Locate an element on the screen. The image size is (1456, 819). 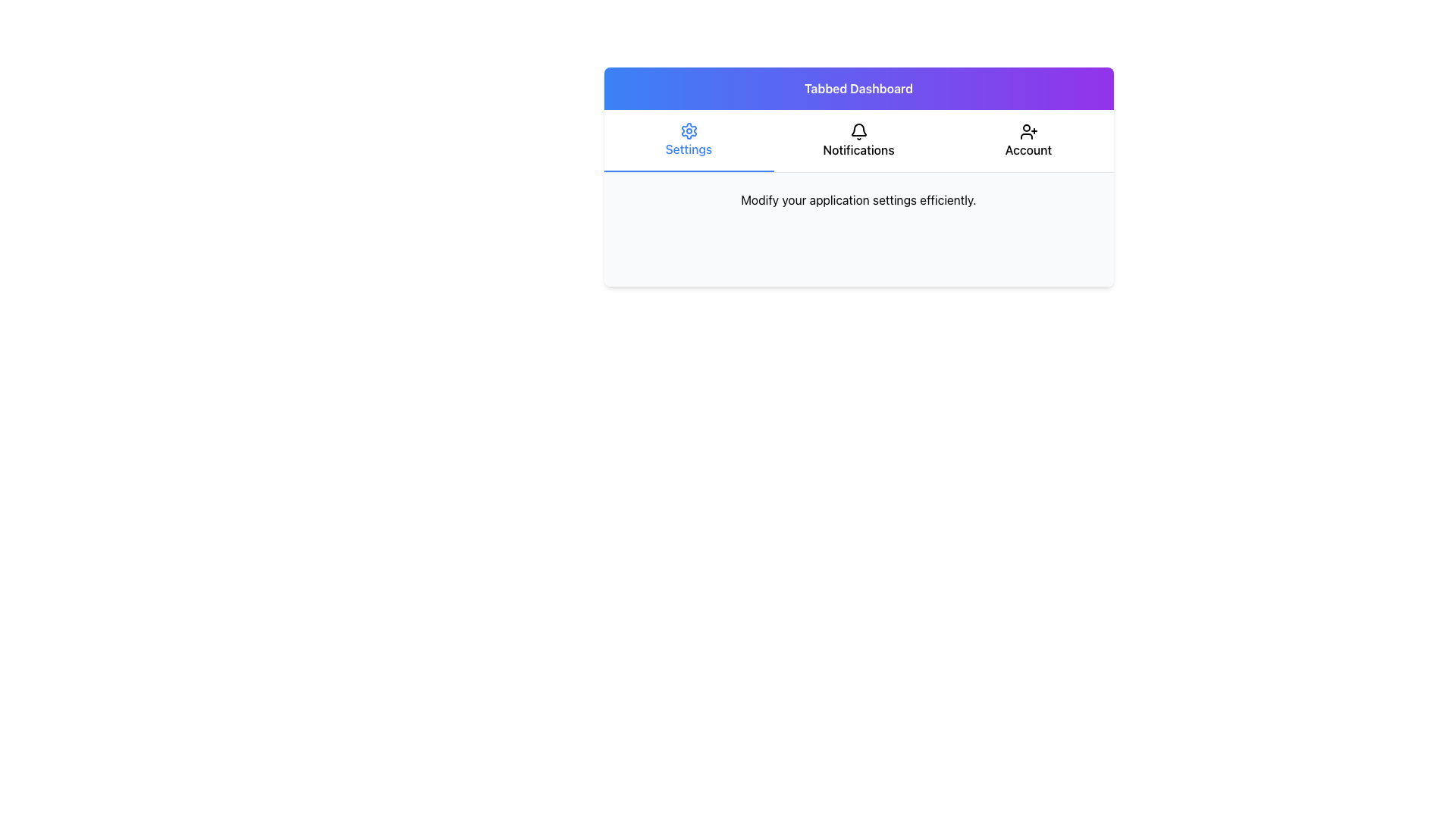
the 'Settings' tab, which features a gear icon and blue text is located at coordinates (688, 140).